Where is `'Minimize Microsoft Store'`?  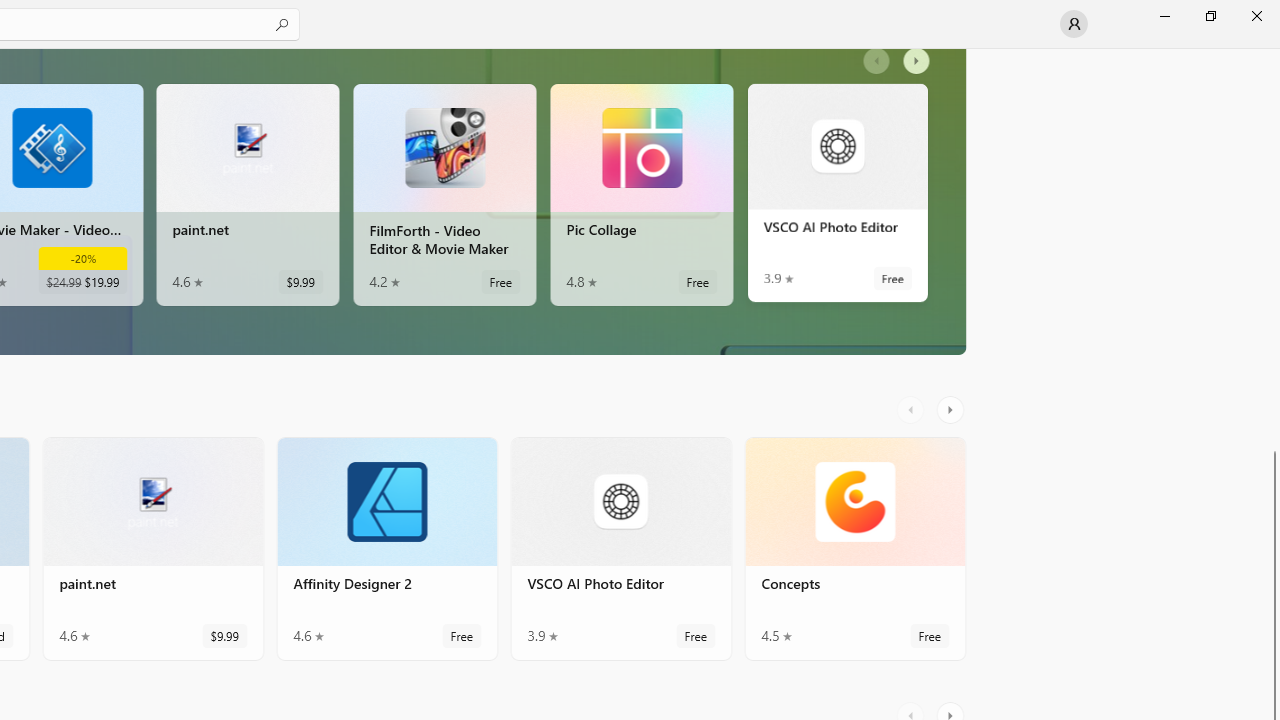
'Minimize Microsoft Store' is located at coordinates (1164, 15).